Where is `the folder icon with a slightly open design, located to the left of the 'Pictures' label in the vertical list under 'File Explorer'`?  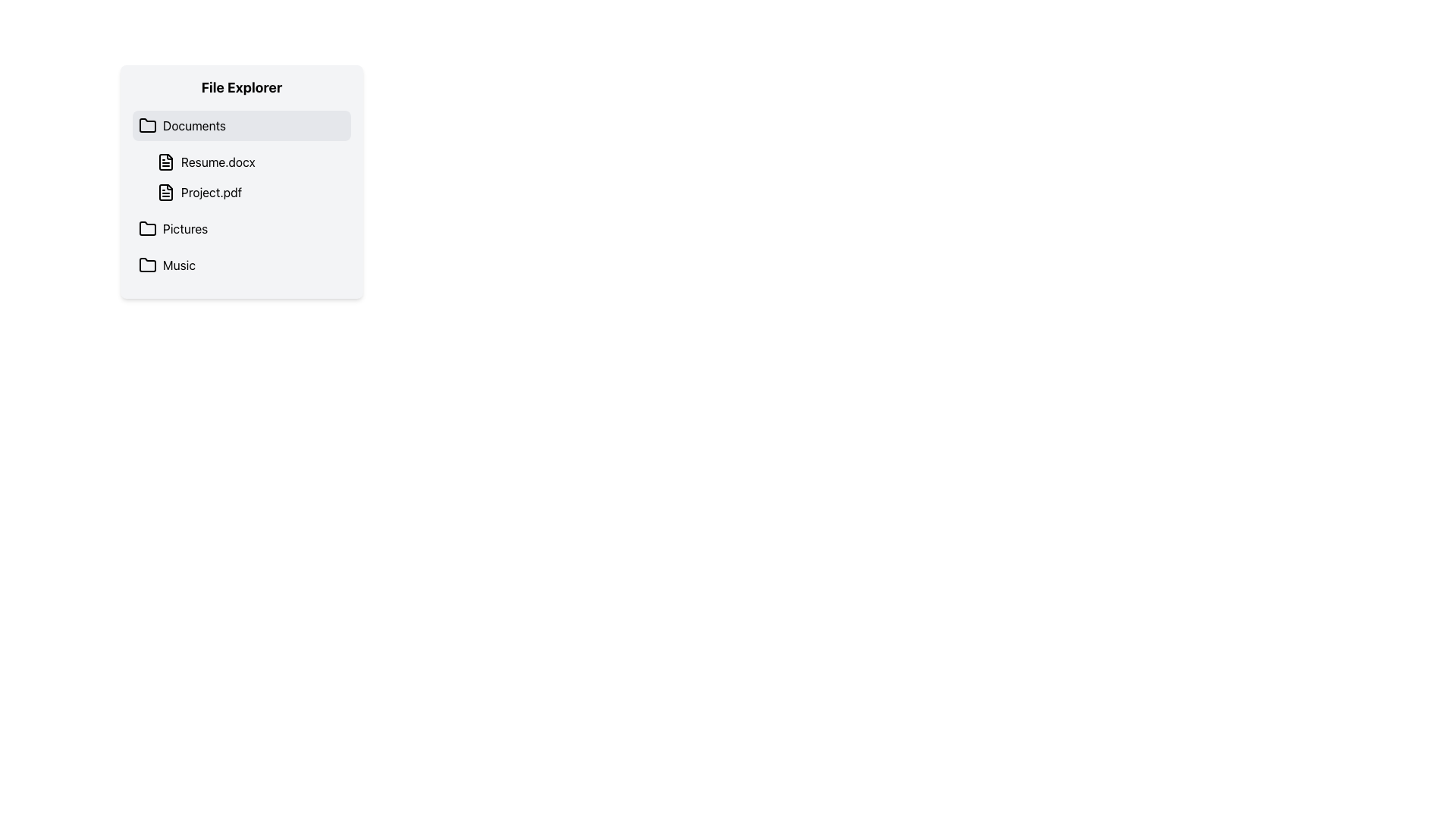 the folder icon with a slightly open design, located to the left of the 'Pictures' label in the vertical list under 'File Explorer' is located at coordinates (148, 227).